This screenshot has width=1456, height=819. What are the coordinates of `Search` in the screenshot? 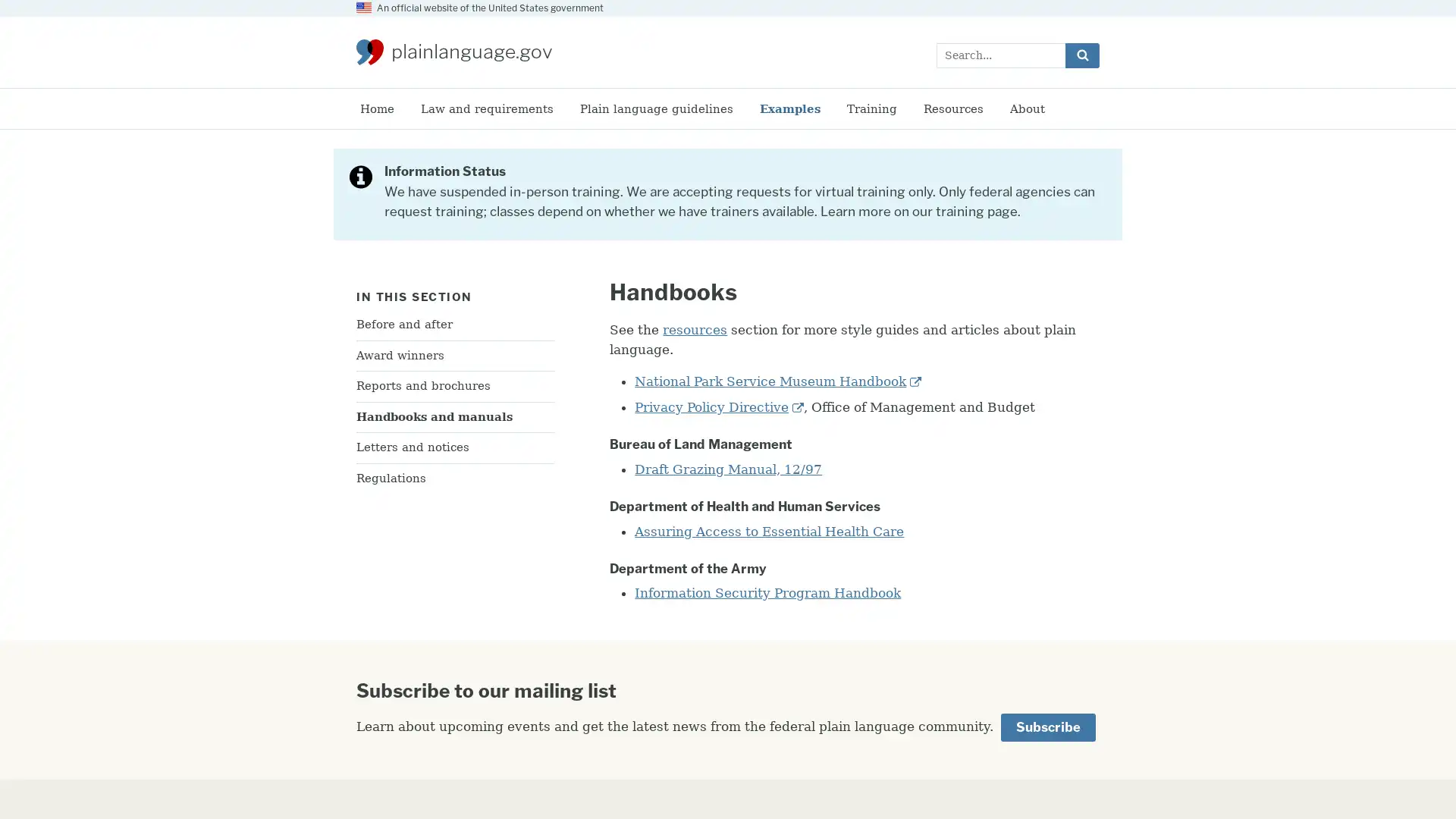 It's located at (1081, 54).